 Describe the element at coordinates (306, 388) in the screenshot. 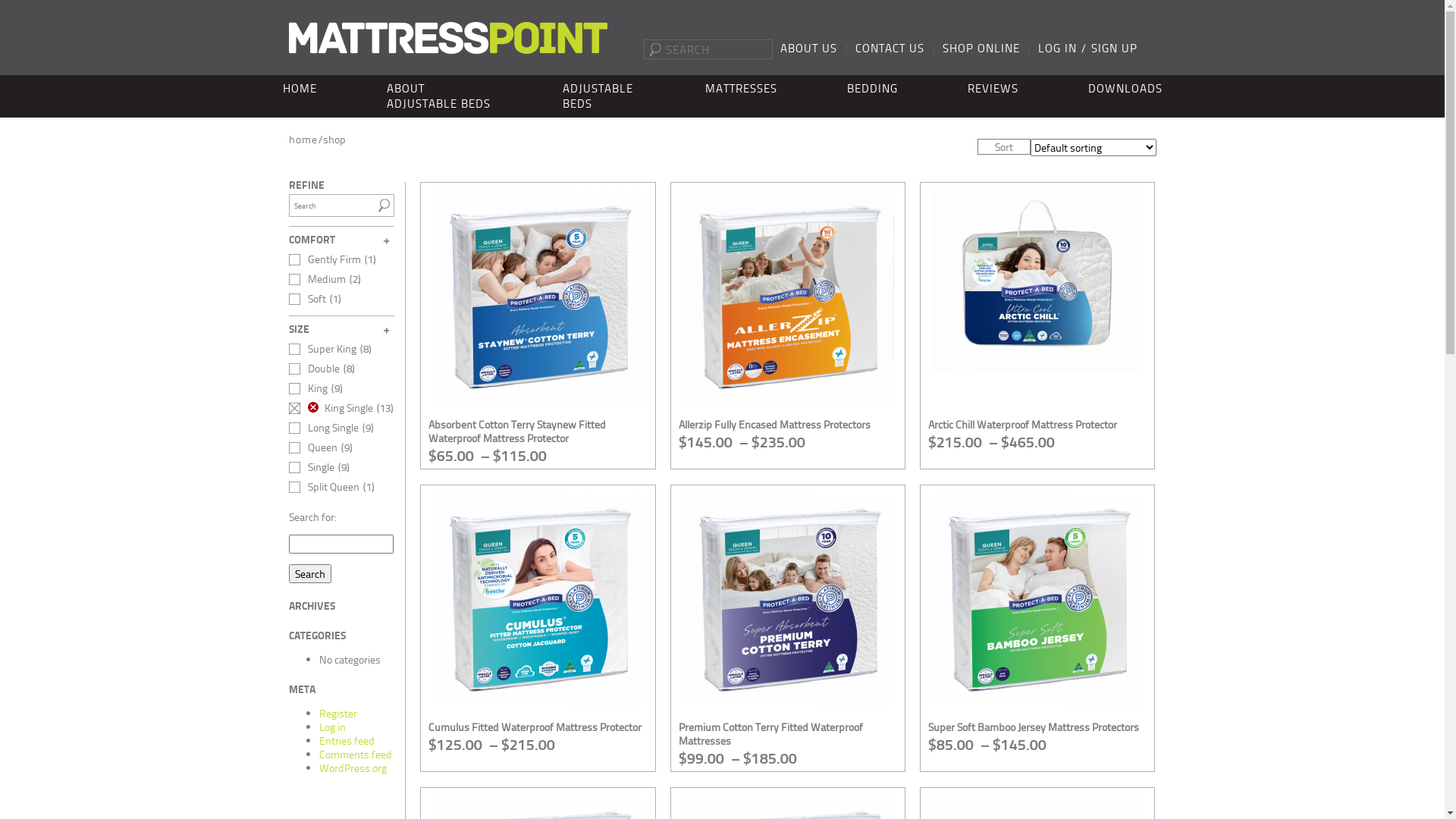

I see `'King'` at that location.